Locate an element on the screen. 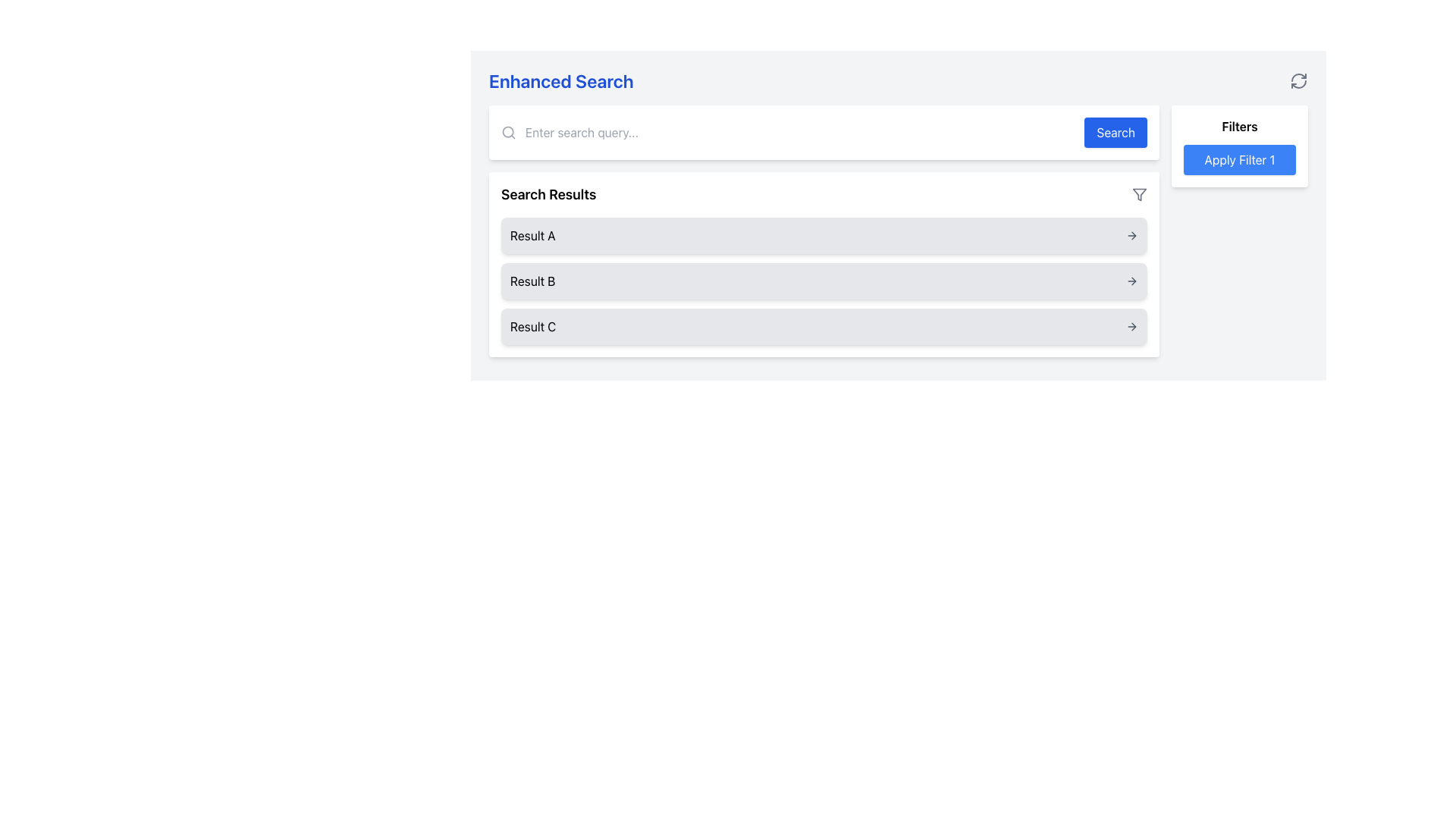 Image resolution: width=1456 pixels, height=819 pixels. the first text label in the 'Search Results' section, which is a non-interactive title for the item it represents is located at coordinates (532, 236).